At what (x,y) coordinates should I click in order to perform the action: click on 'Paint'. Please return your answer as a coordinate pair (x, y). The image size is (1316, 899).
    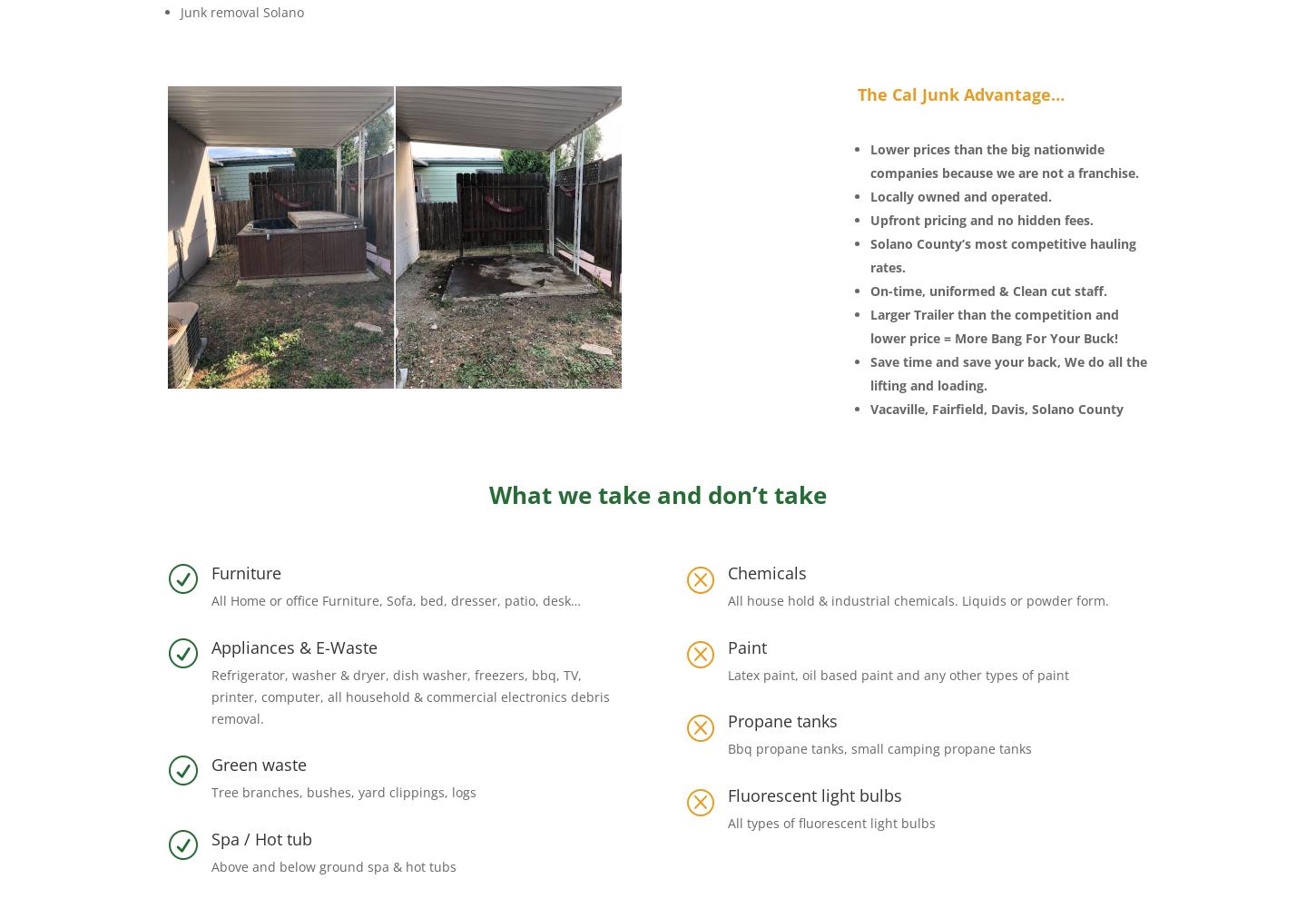
    Looking at the image, I should click on (746, 646).